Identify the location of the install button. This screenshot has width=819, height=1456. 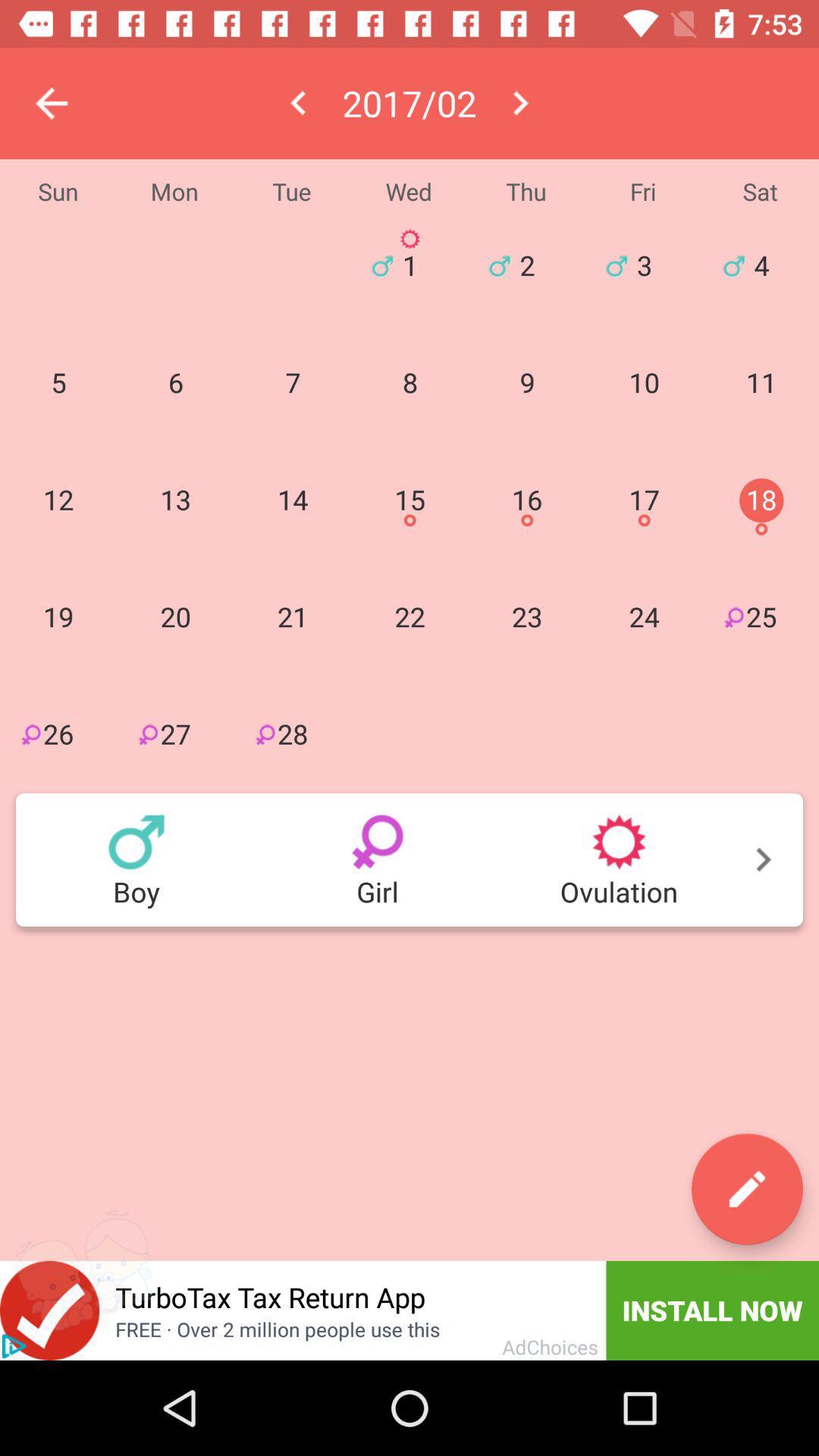
(713, 1310).